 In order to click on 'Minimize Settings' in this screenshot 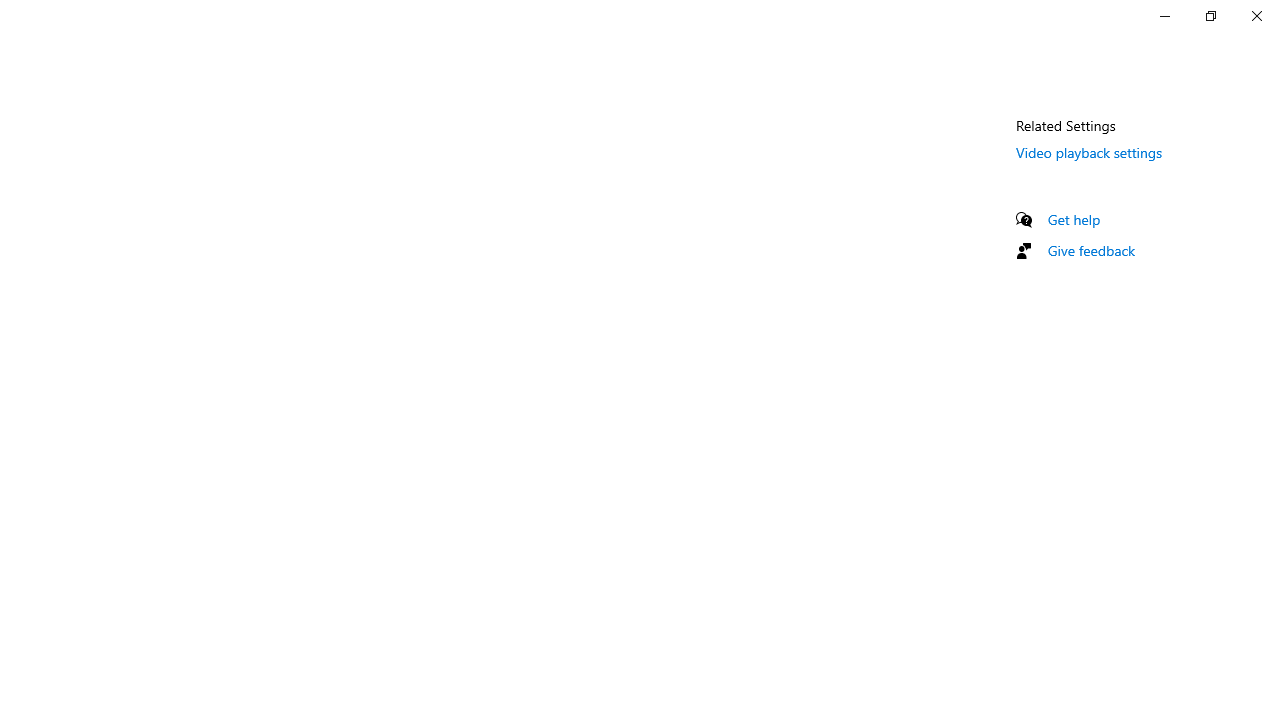, I will do `click(1164, 15)`.